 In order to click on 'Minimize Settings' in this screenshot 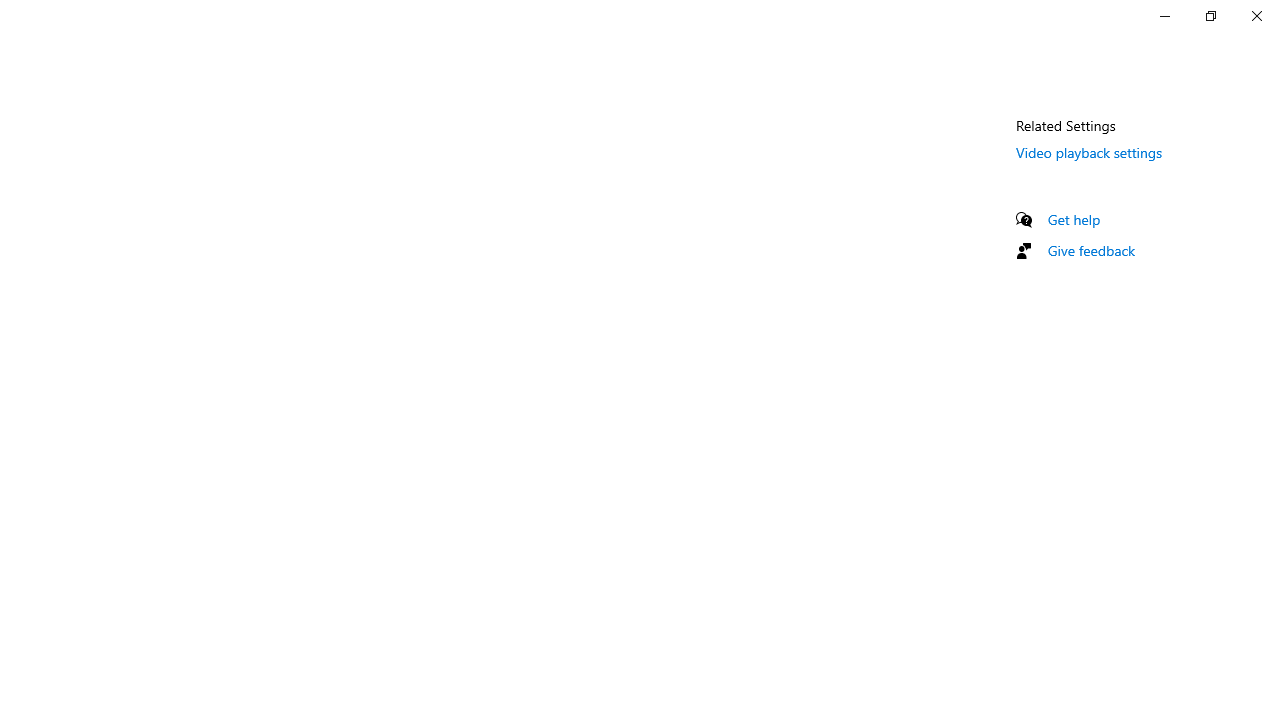, I will do `click(1164, 15)`.